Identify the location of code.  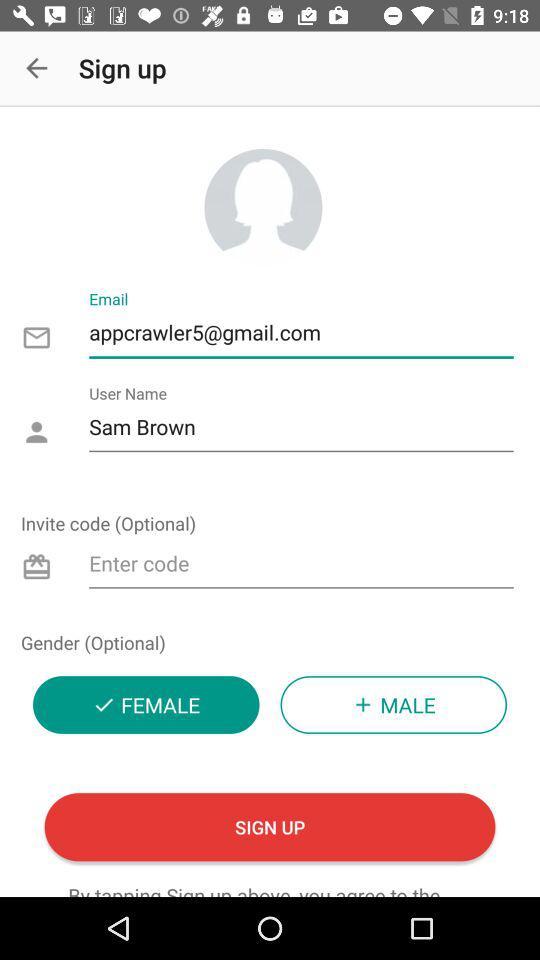
(300, 567).